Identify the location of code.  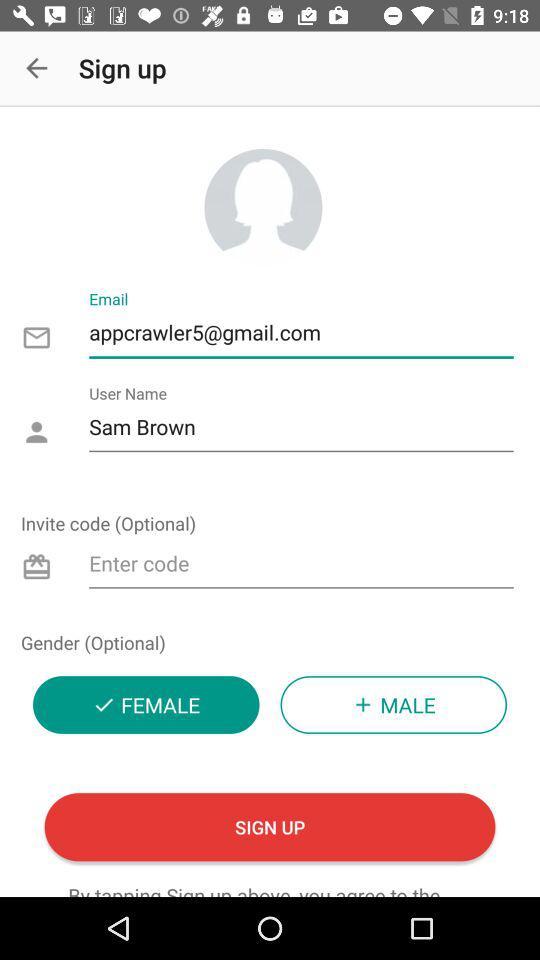
(300, 567).